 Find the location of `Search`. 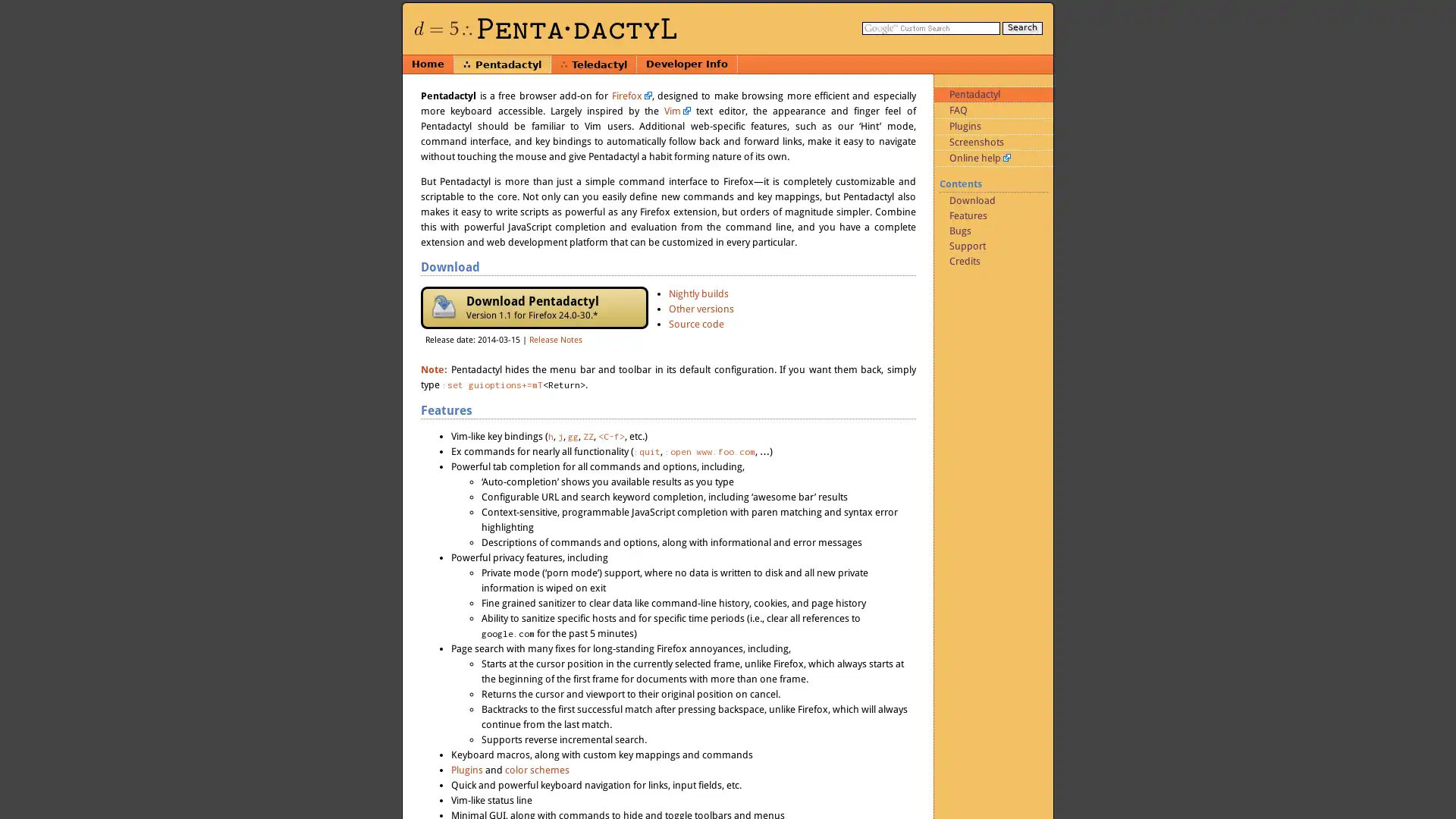

Search is located at coordinates (1022, 28).